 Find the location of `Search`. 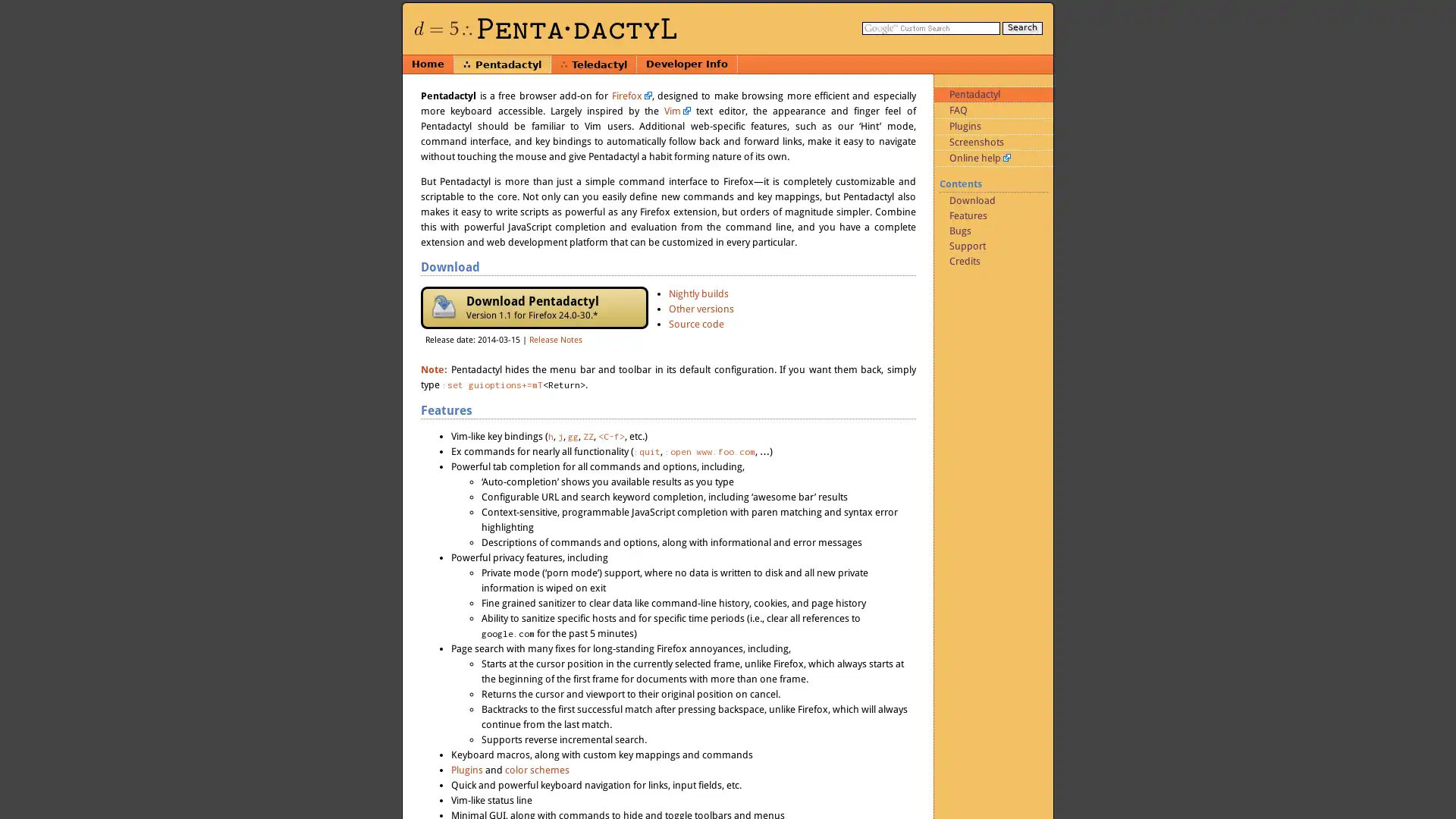

Search is located at coordinates (1022, 28).